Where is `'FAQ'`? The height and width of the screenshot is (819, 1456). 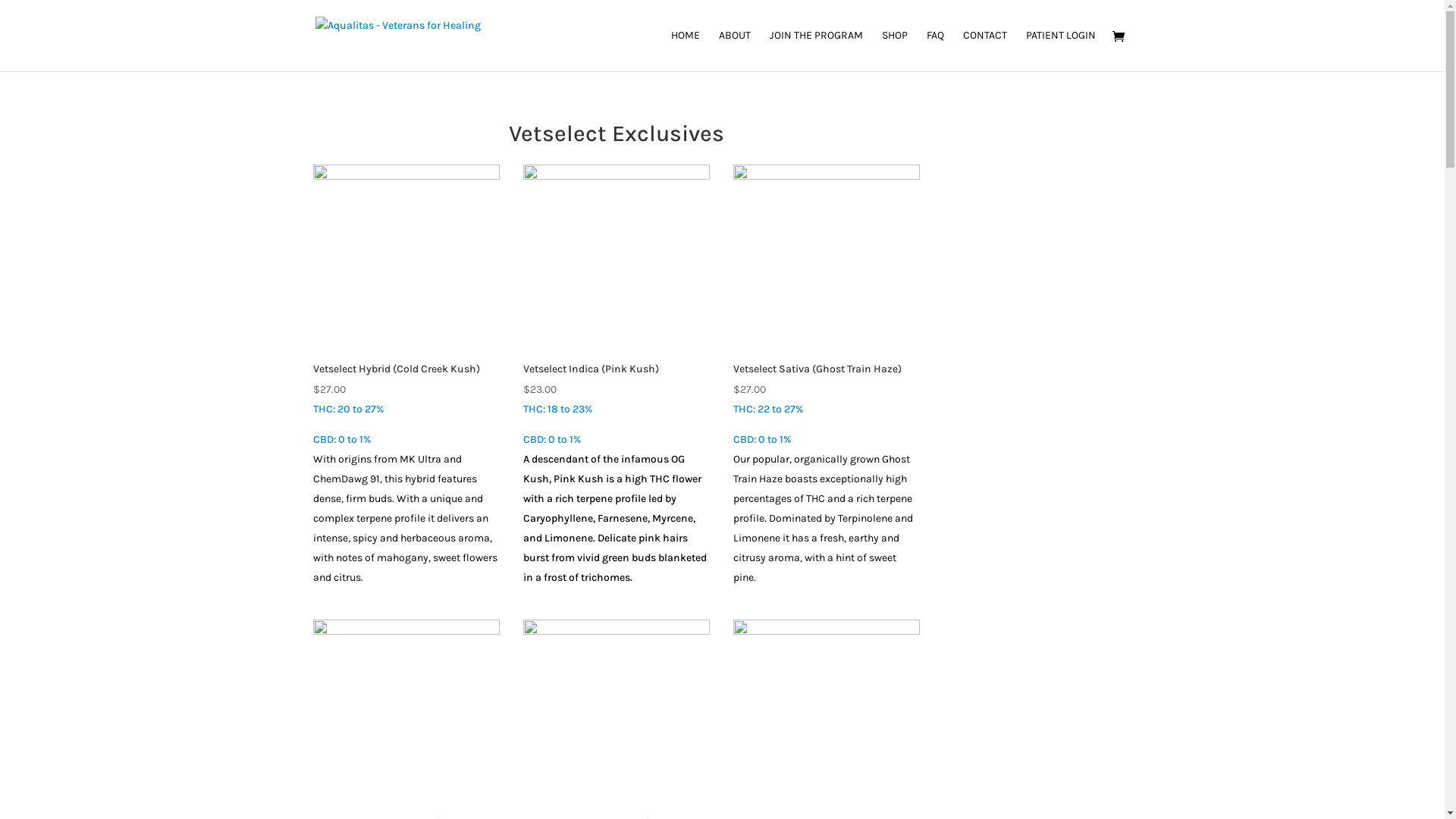
'FAQ' is located at coordinates (934, 49).